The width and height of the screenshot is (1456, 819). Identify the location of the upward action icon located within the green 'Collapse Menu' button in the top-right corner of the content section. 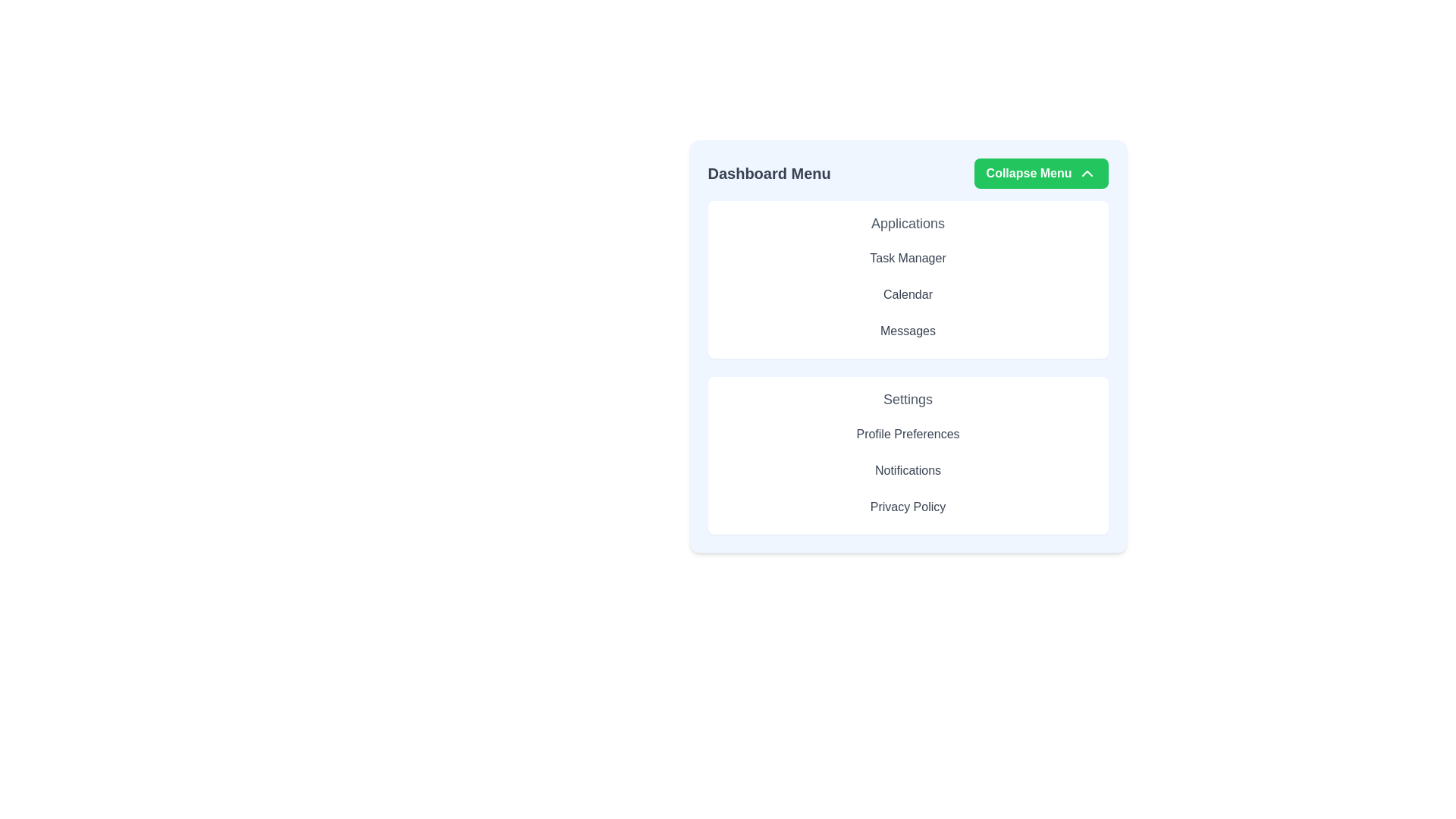
(1086, 172).